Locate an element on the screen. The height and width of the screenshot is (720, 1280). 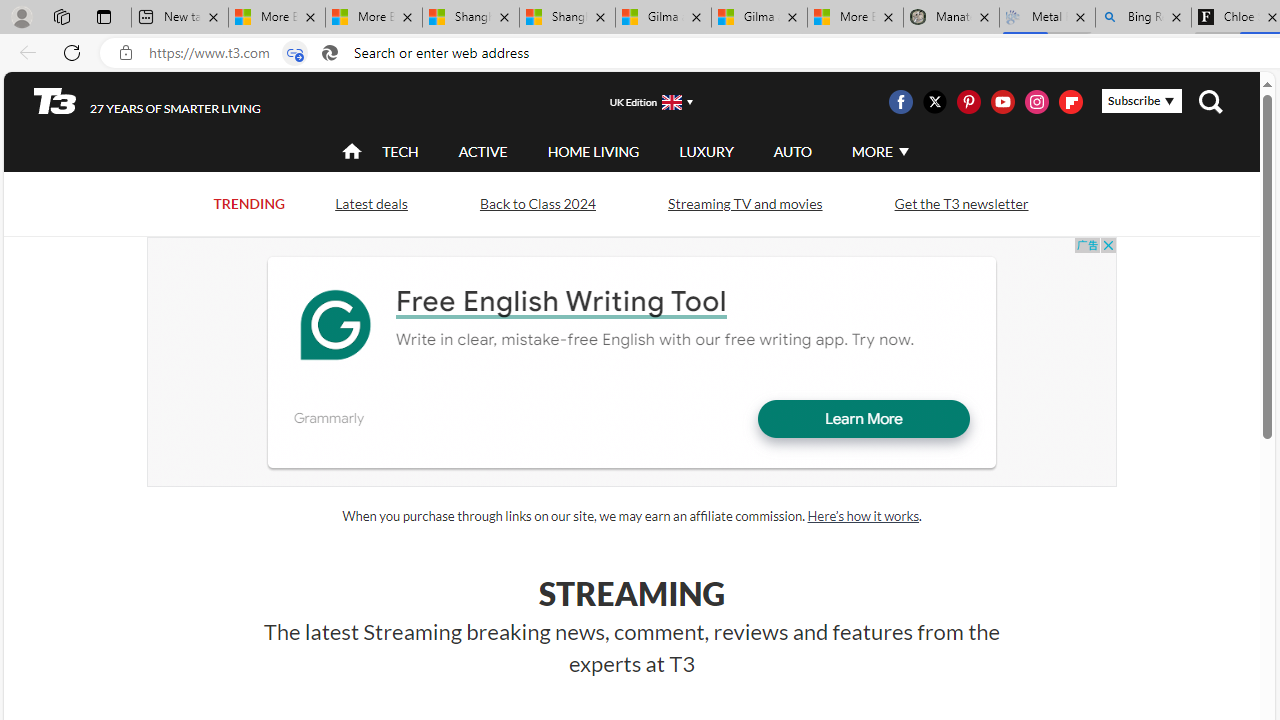
'LUXURY' is located at coordinates (705, 150).